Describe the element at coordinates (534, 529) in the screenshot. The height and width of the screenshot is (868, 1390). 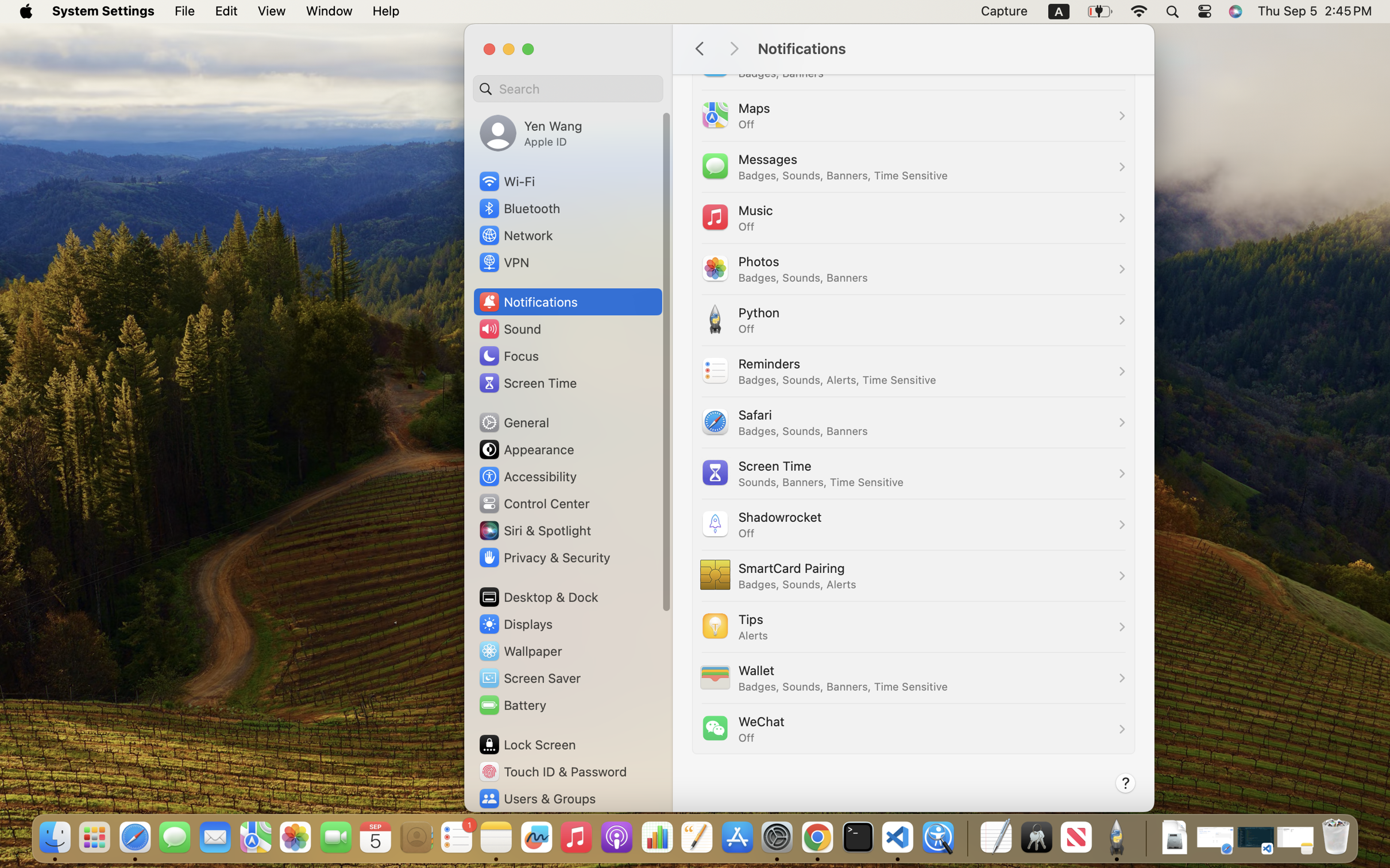
I see `'Siri & Spotlight'` at that location.